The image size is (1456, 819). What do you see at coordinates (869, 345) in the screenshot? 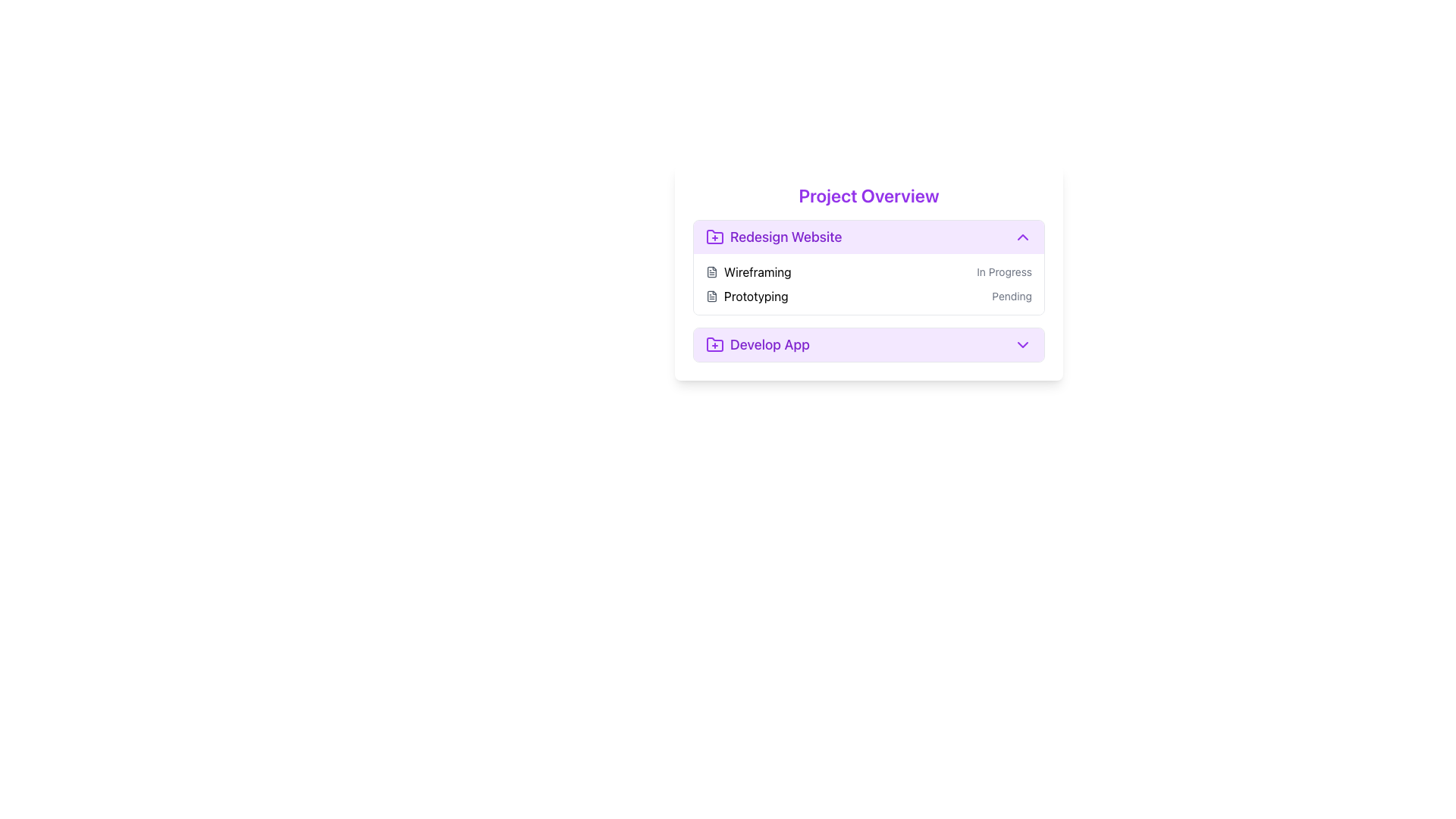
I see `the interactive button that expands or collapses the 'Develop App' section, located below the 'Redesign Website' section` at bounding box center [869, 345].